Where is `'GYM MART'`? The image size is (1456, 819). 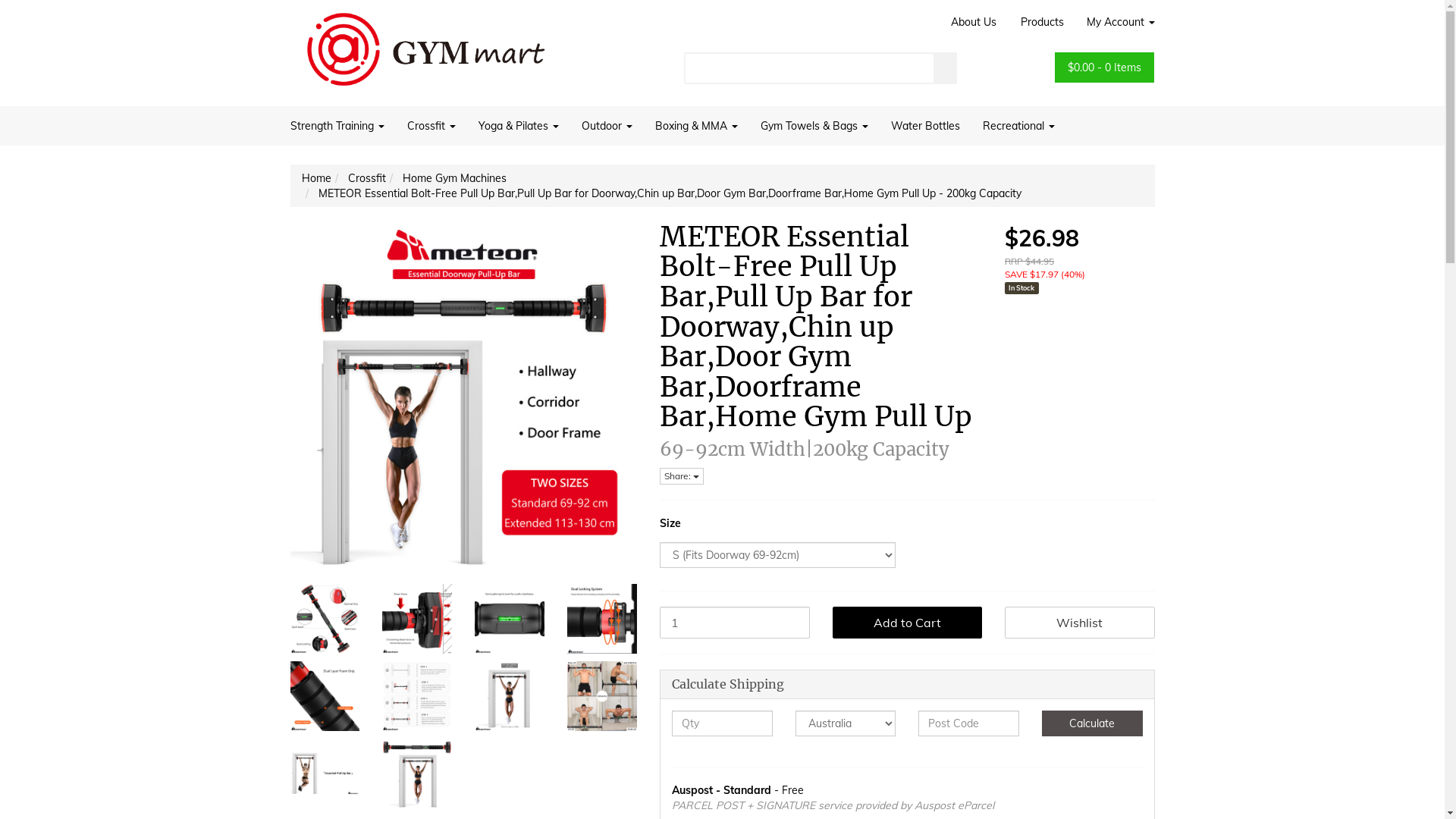 'GYM MART' is located at coordinates (425, 42).